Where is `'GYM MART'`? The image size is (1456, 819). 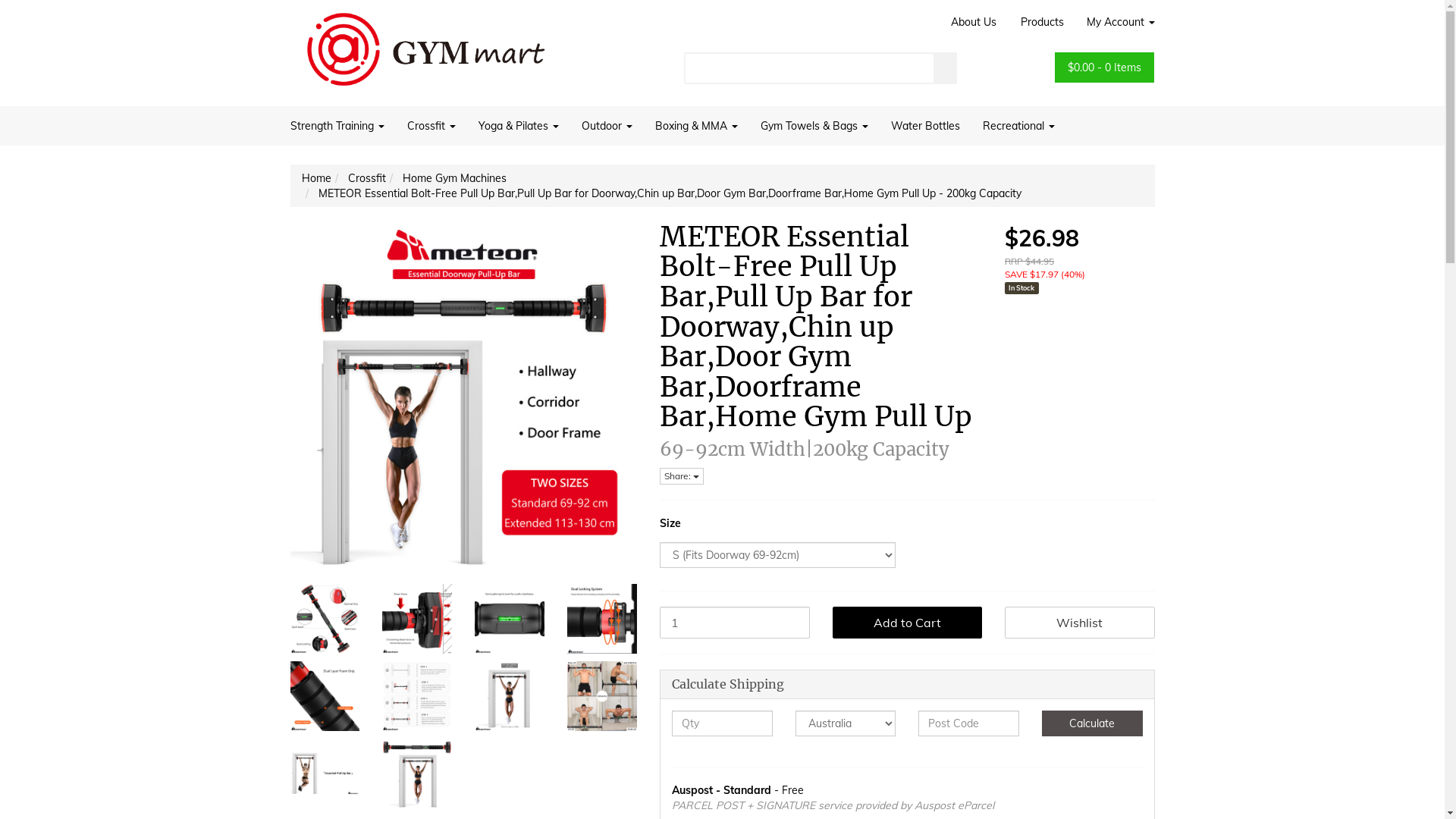 'GYM MART' is located at coordinates (425, 42).